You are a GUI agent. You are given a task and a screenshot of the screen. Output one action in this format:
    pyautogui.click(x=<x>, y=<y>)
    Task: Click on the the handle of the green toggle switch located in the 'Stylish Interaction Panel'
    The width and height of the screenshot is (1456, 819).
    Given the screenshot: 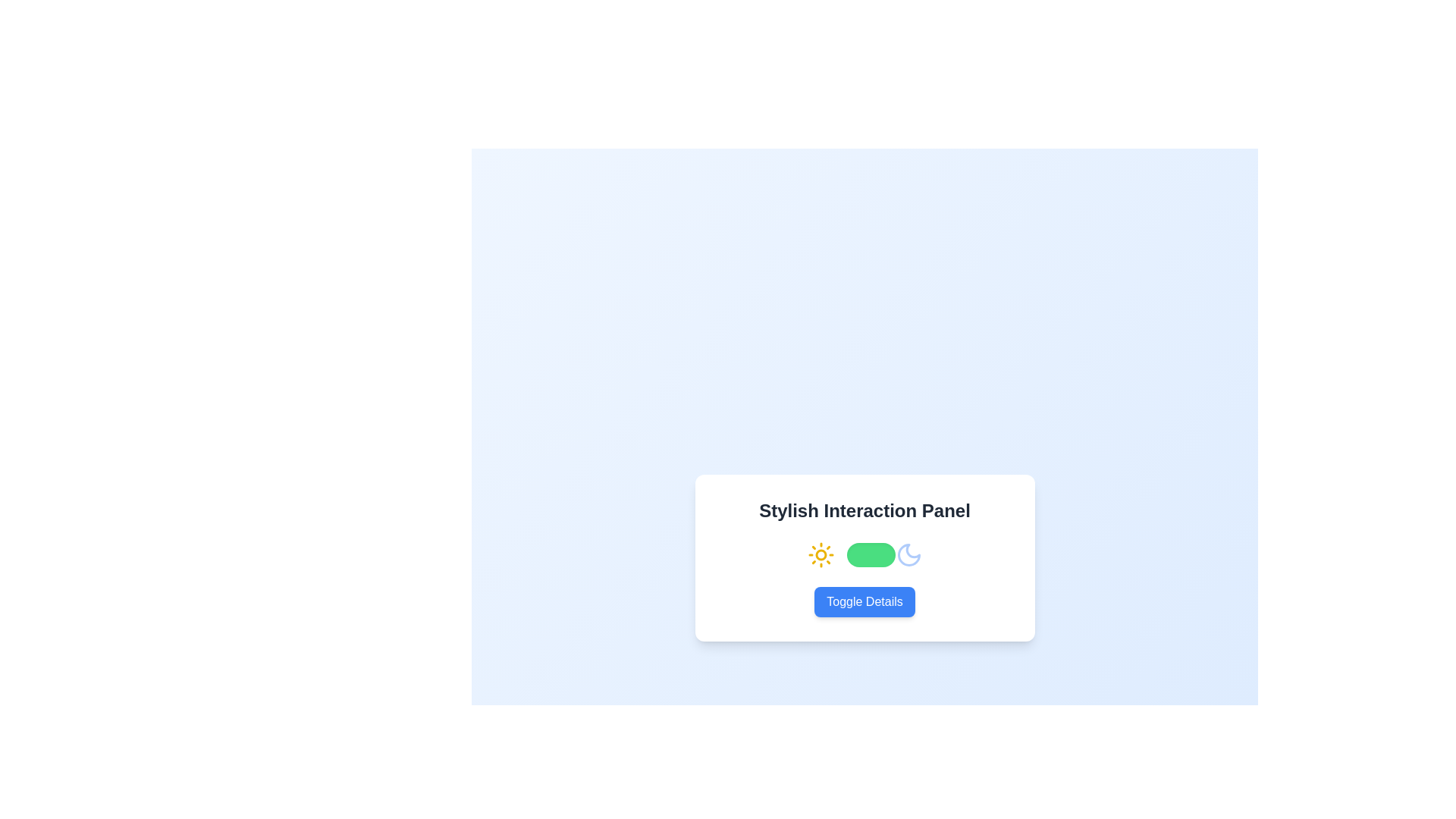 What is the action you would take?
    pyautogui.click(x=864, y=558)
    